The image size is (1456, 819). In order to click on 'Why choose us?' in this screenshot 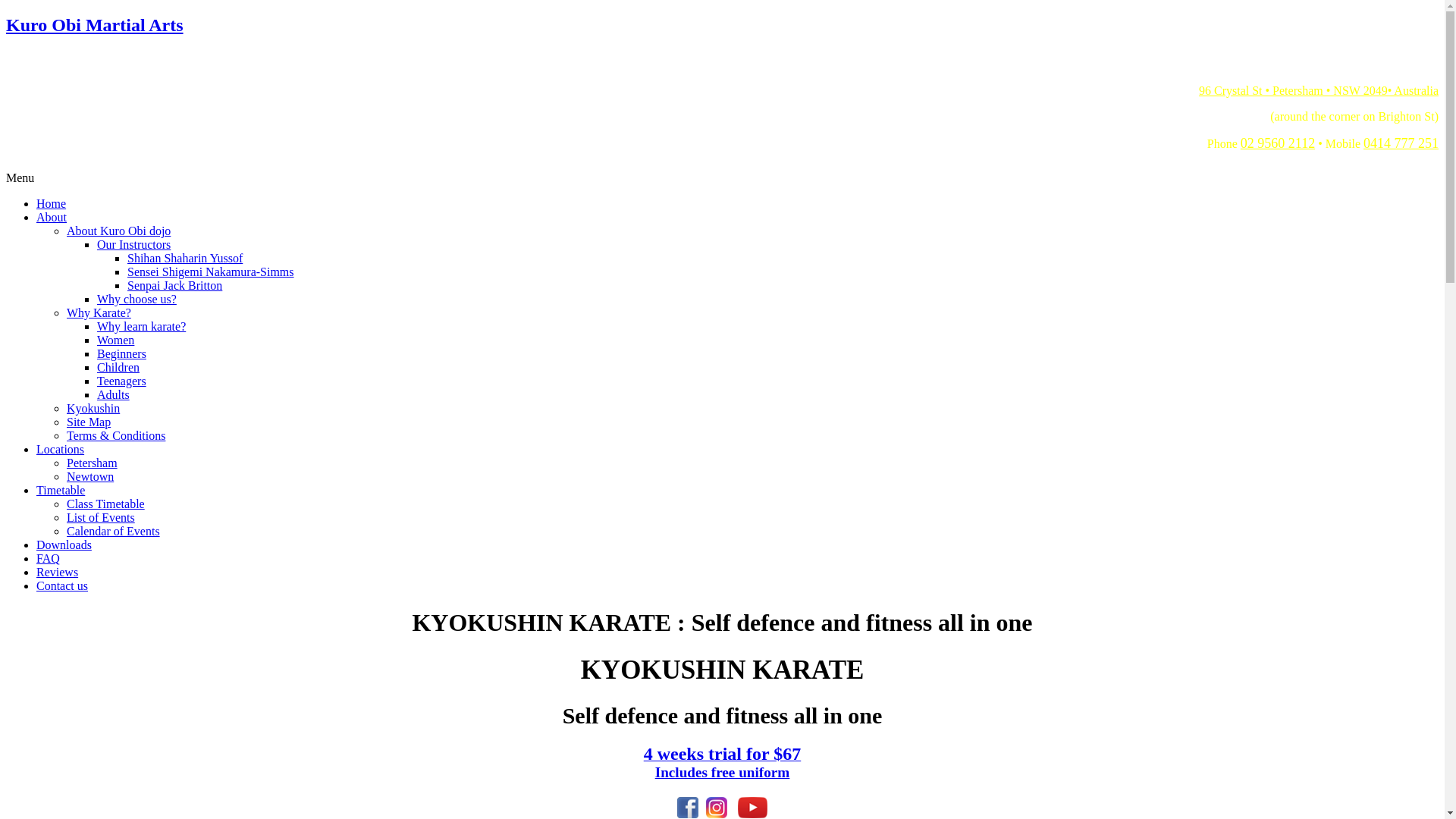, I will do `click(96, 299)`.